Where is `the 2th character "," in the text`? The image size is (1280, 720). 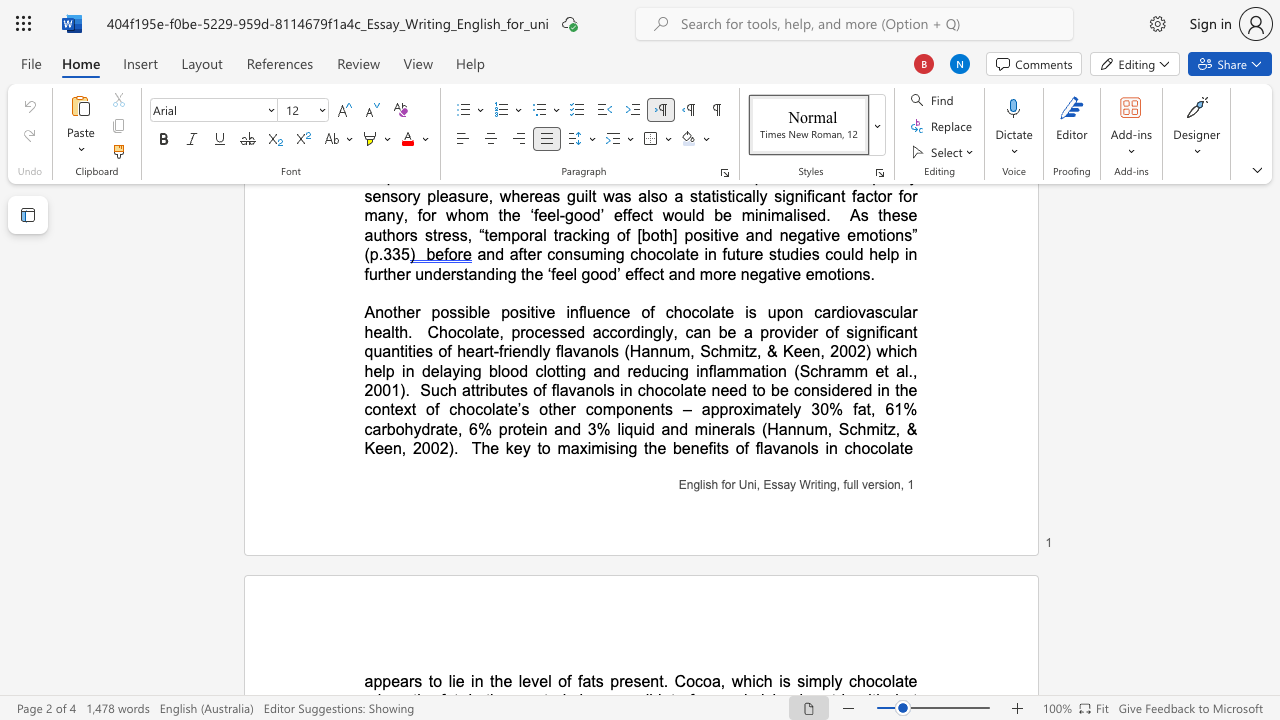
the 2th character "," in the text is located at coordinates (403, 447).